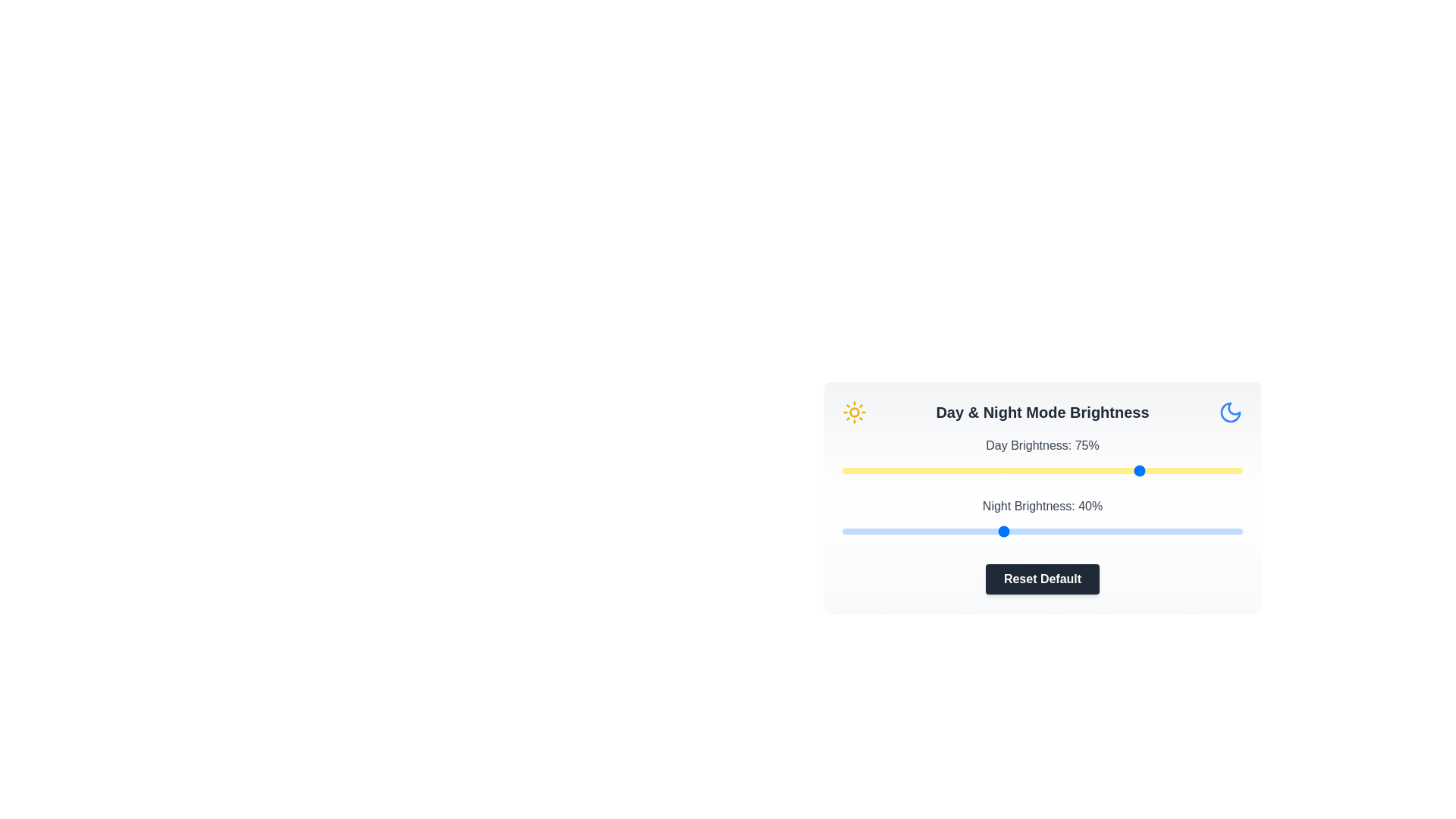 The height and width of the screenshot is (819, 1456). What do you see at coordinates (894, 470) in the screenshot?
I see `the day brightness slider to 13%` at bounding box center [894, 470].